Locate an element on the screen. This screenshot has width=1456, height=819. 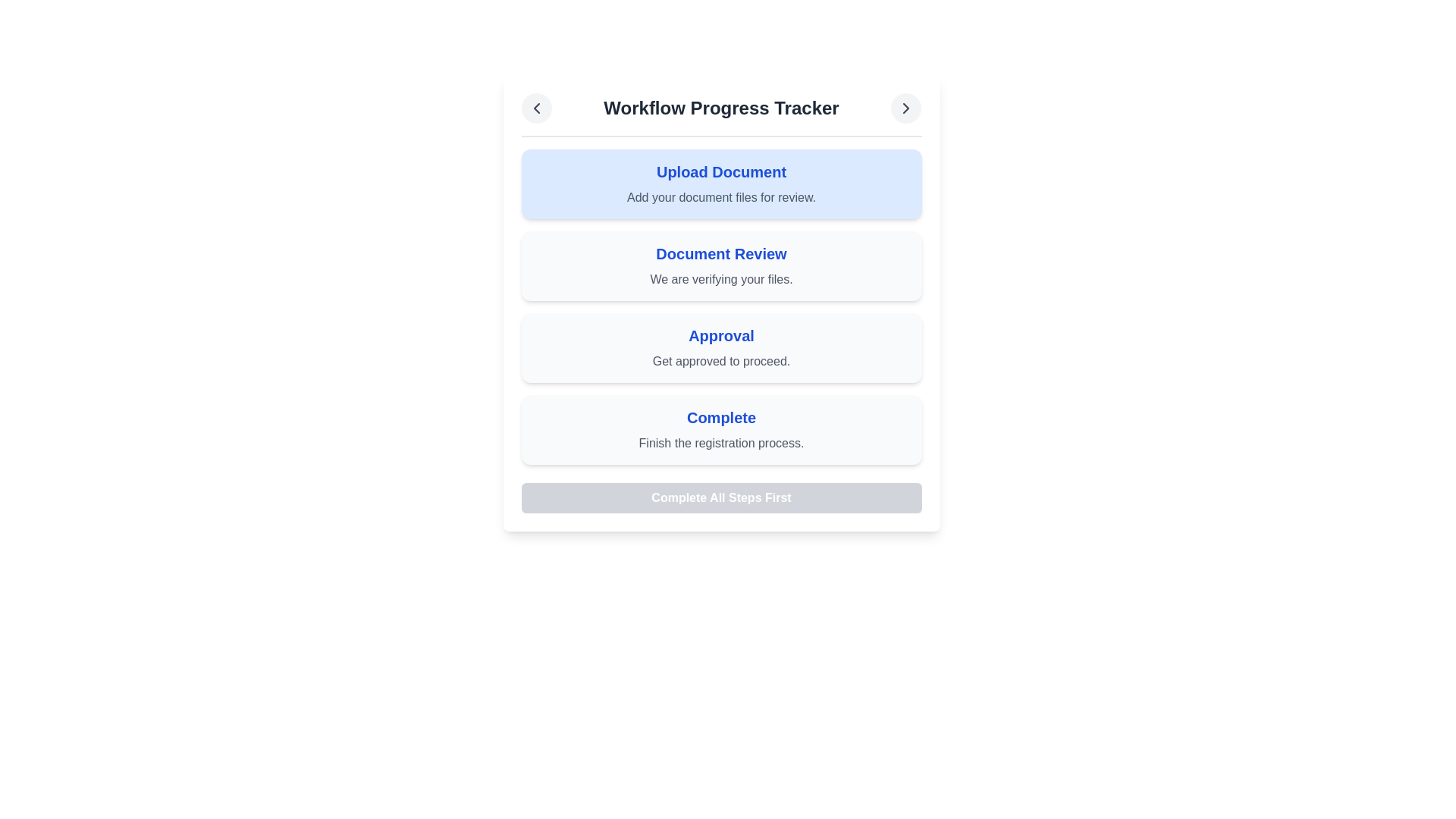
the Informational card that provides information about the approval step in a workflow, located as the third card in a vertical list of four cards is located at coordinates (720, 348).